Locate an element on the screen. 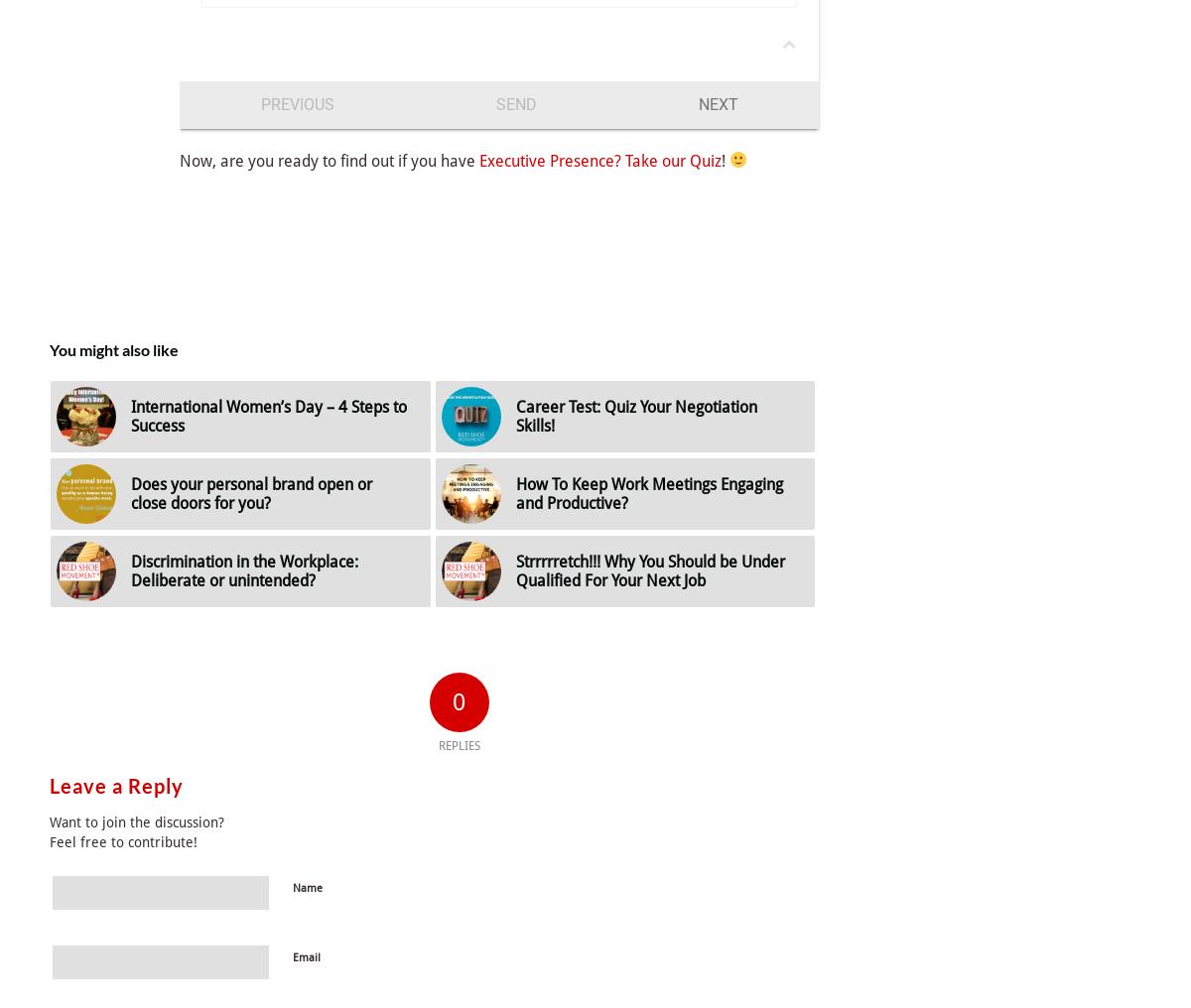  'Email' is located at coordinates (307, 956).